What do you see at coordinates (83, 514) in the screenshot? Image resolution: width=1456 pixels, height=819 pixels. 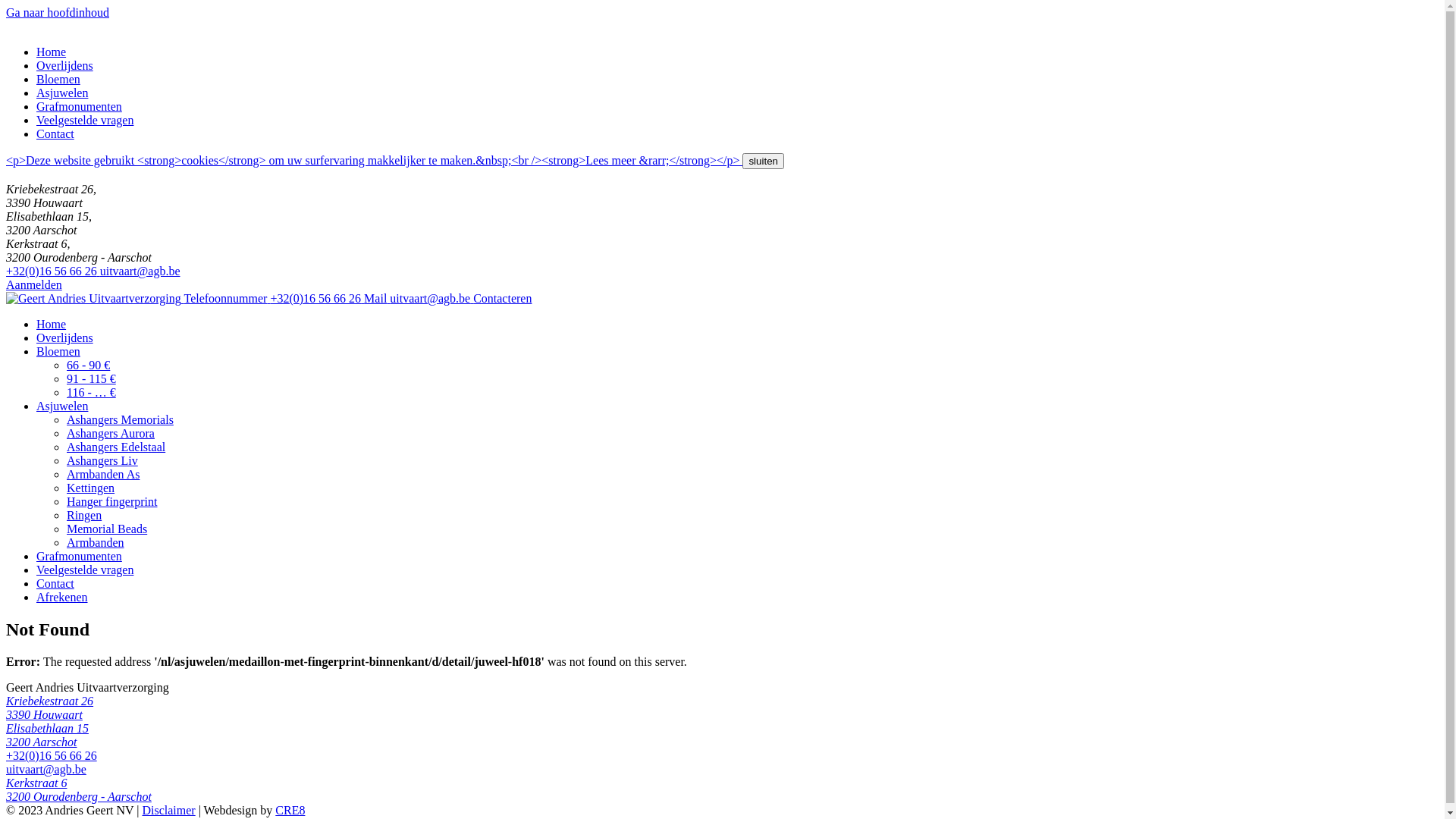 I see `'Ringen'` at bounding box center [83, 514].